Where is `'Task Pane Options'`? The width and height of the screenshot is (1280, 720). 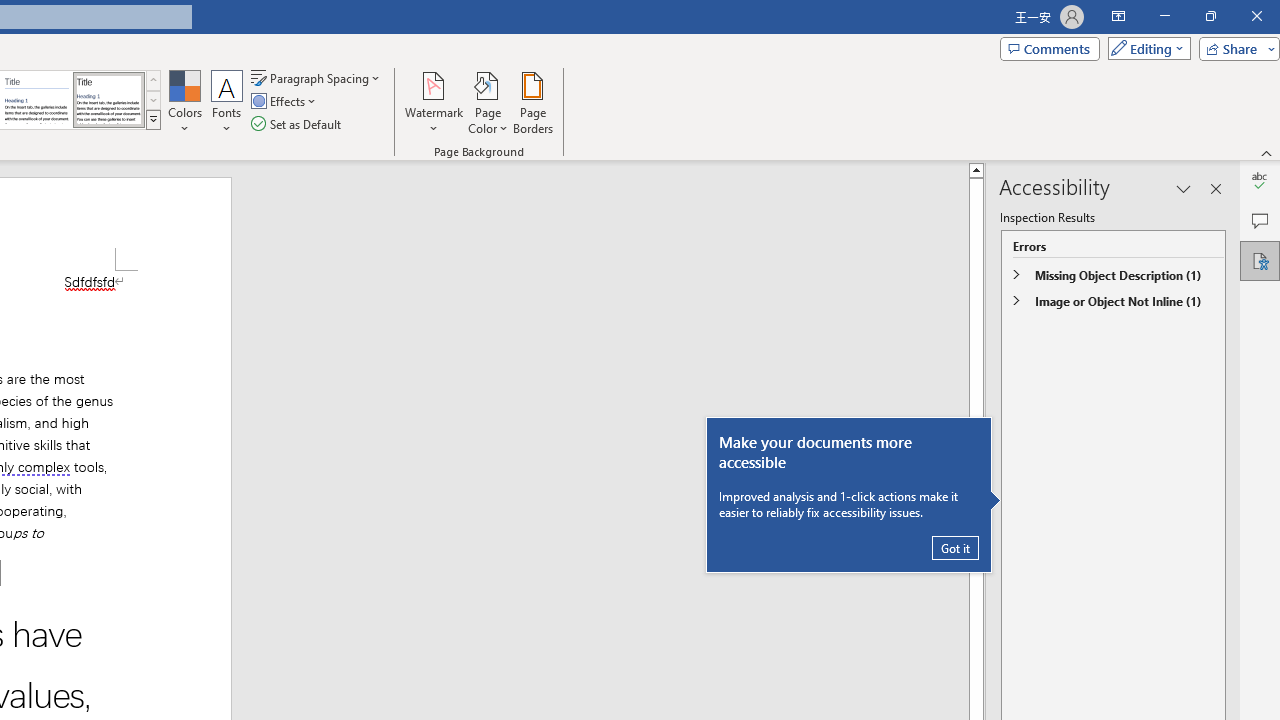 'Task Pane Options' is located at coordinates (1184, 189).